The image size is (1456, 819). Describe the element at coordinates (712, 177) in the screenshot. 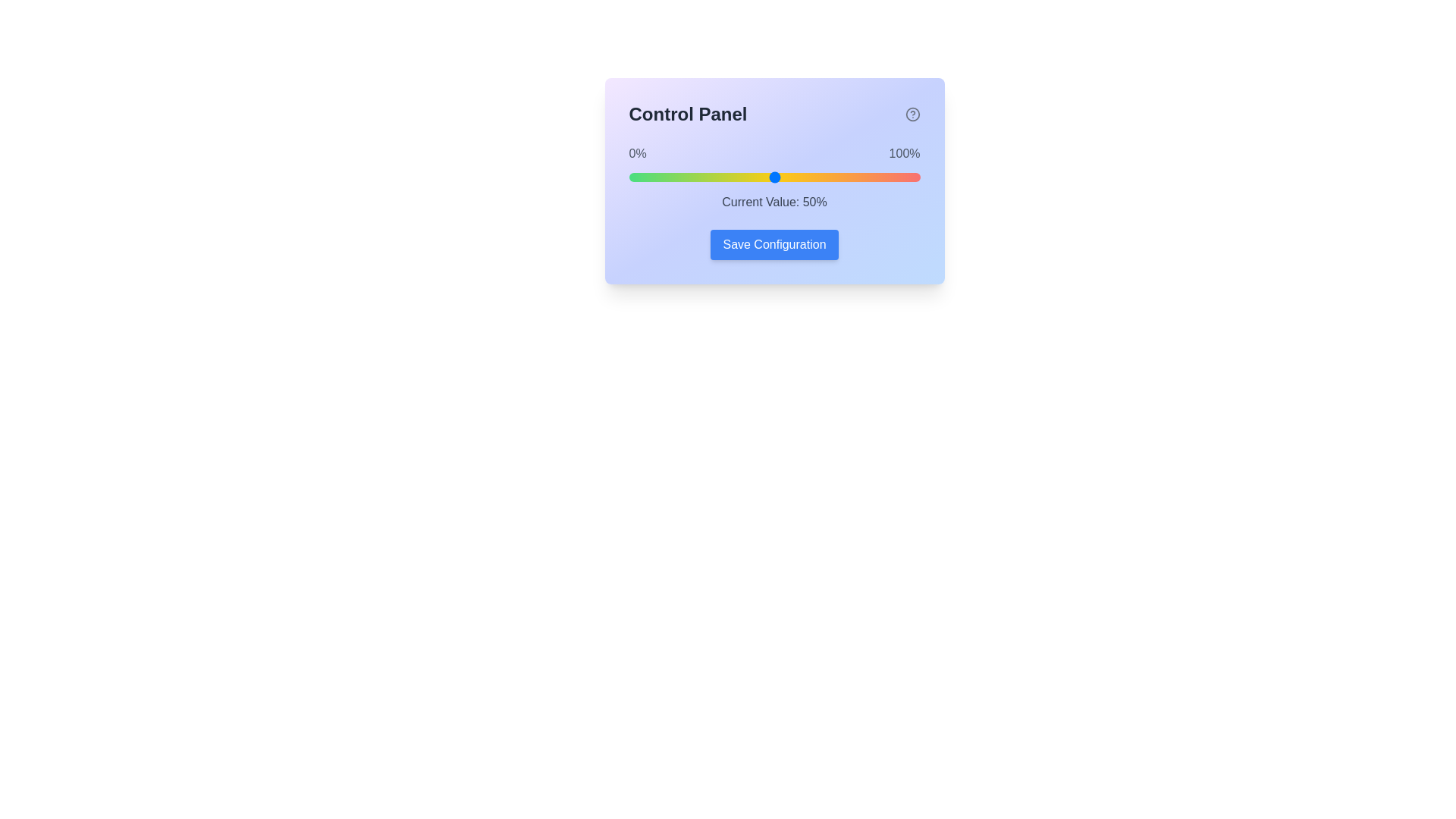

I see `the slider to set the value to 29%` at that location.